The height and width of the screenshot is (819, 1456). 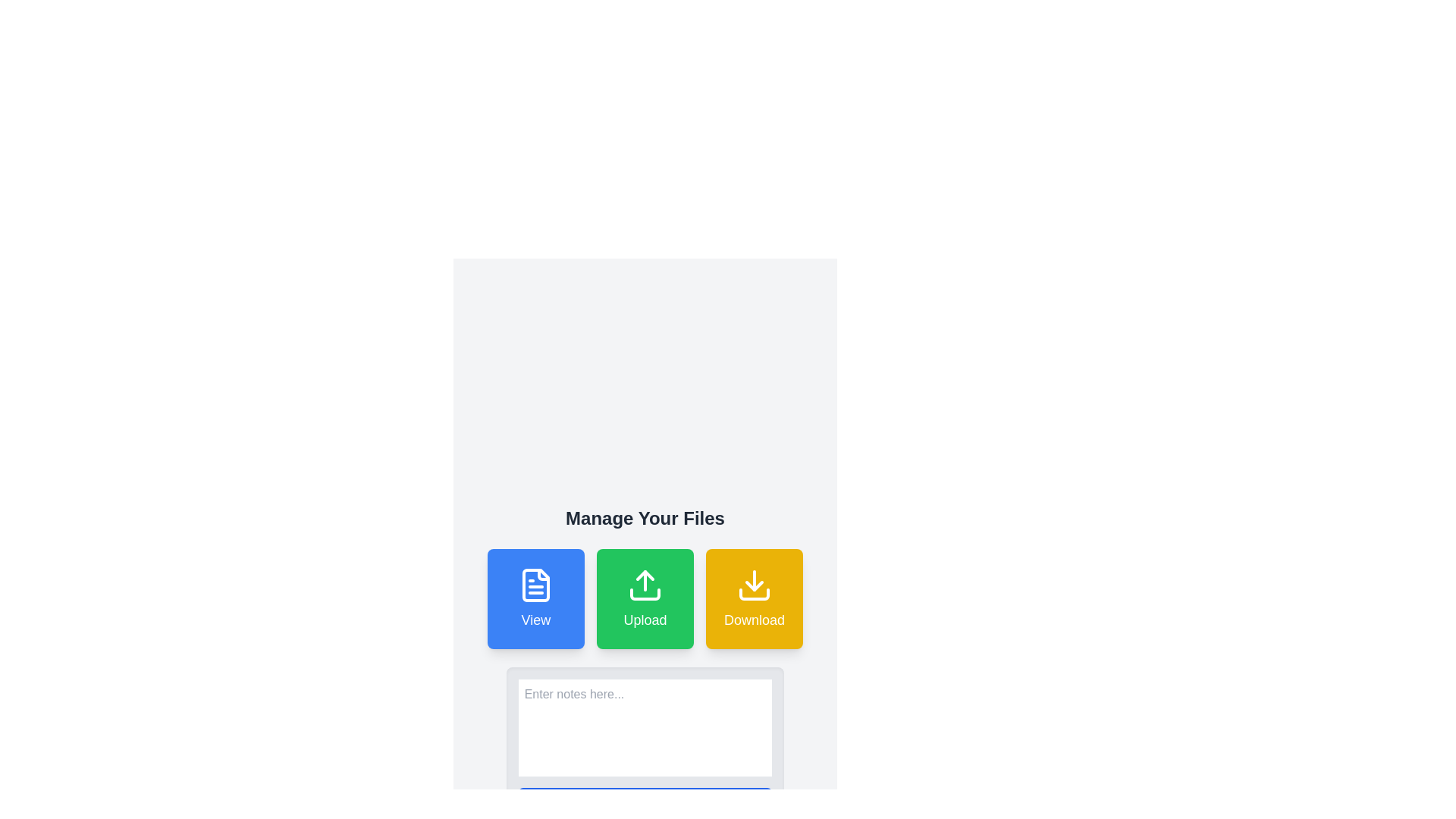 I want to click on the graphical arrow icon in the green 'Upload' button located in the middle of the button panel under the heading 'Manage Your Files.', so click(x=645, y=575).